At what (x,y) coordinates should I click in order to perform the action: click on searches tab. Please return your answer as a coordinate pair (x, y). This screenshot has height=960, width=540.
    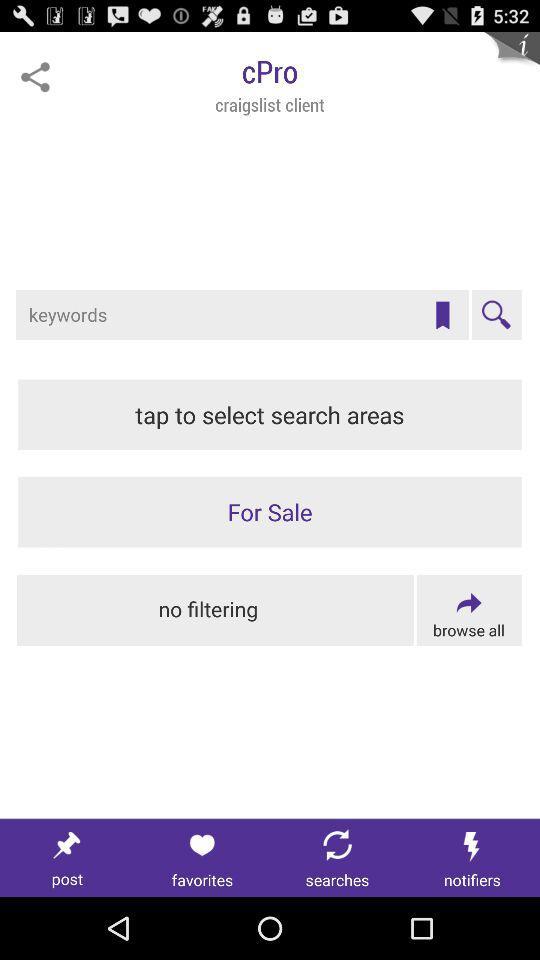
    Looking at the image, I should click on (337, 857).